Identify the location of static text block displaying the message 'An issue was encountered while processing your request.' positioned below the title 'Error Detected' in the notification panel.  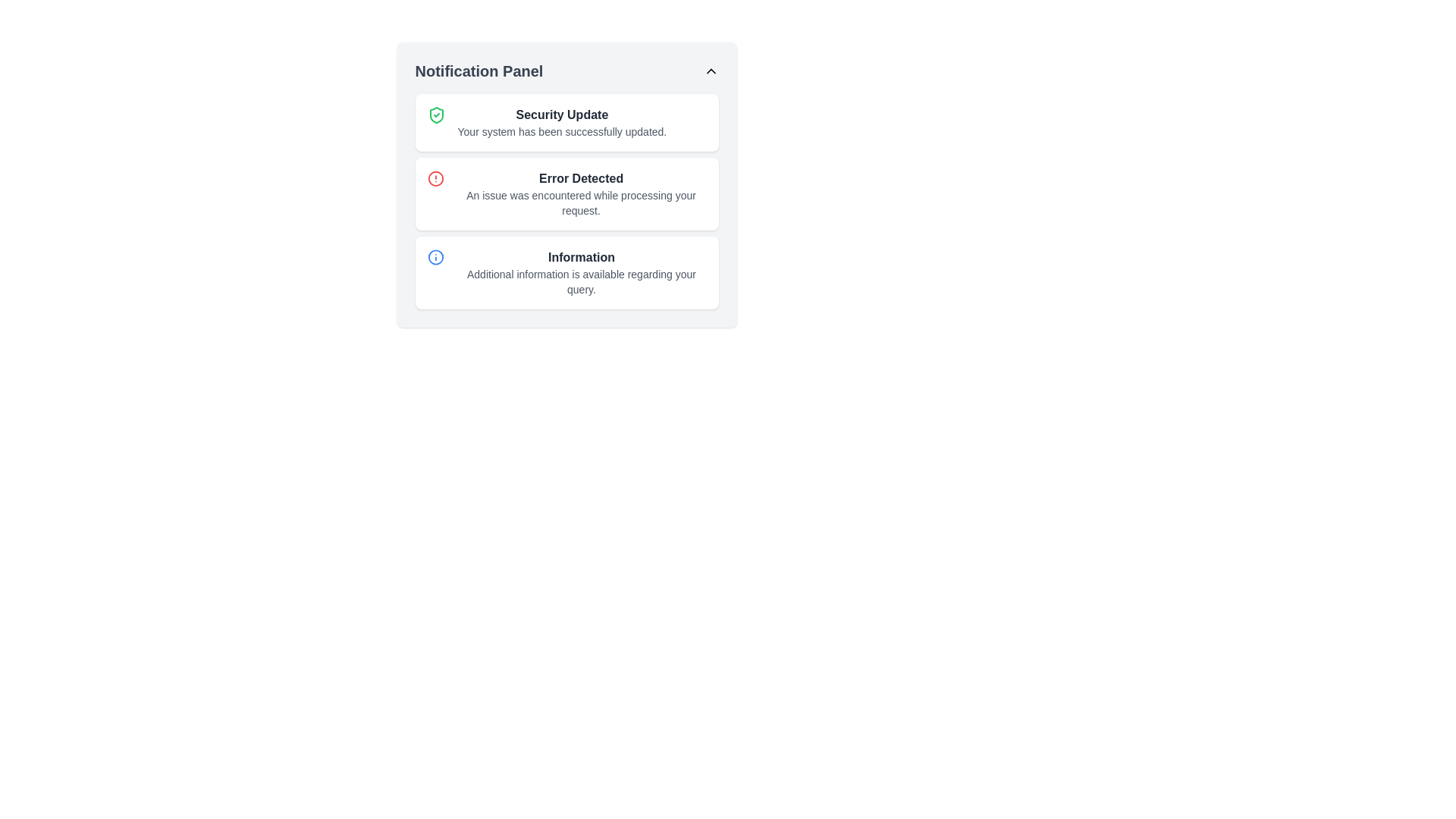
(580, 202).